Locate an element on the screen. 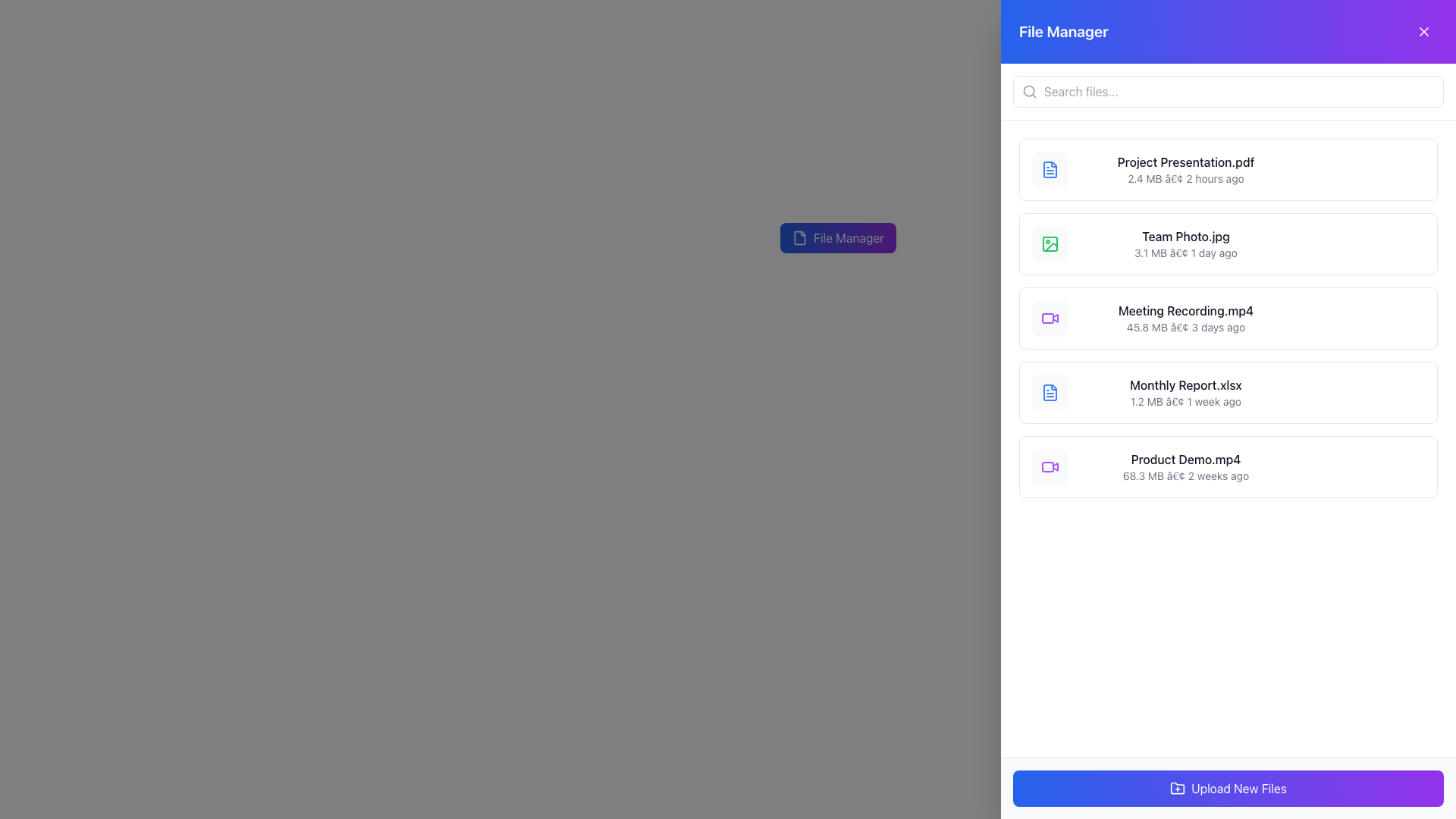  the purple-styled, rounded rectangle icon with a video camera symbol is located at coordinates (1047, 318).